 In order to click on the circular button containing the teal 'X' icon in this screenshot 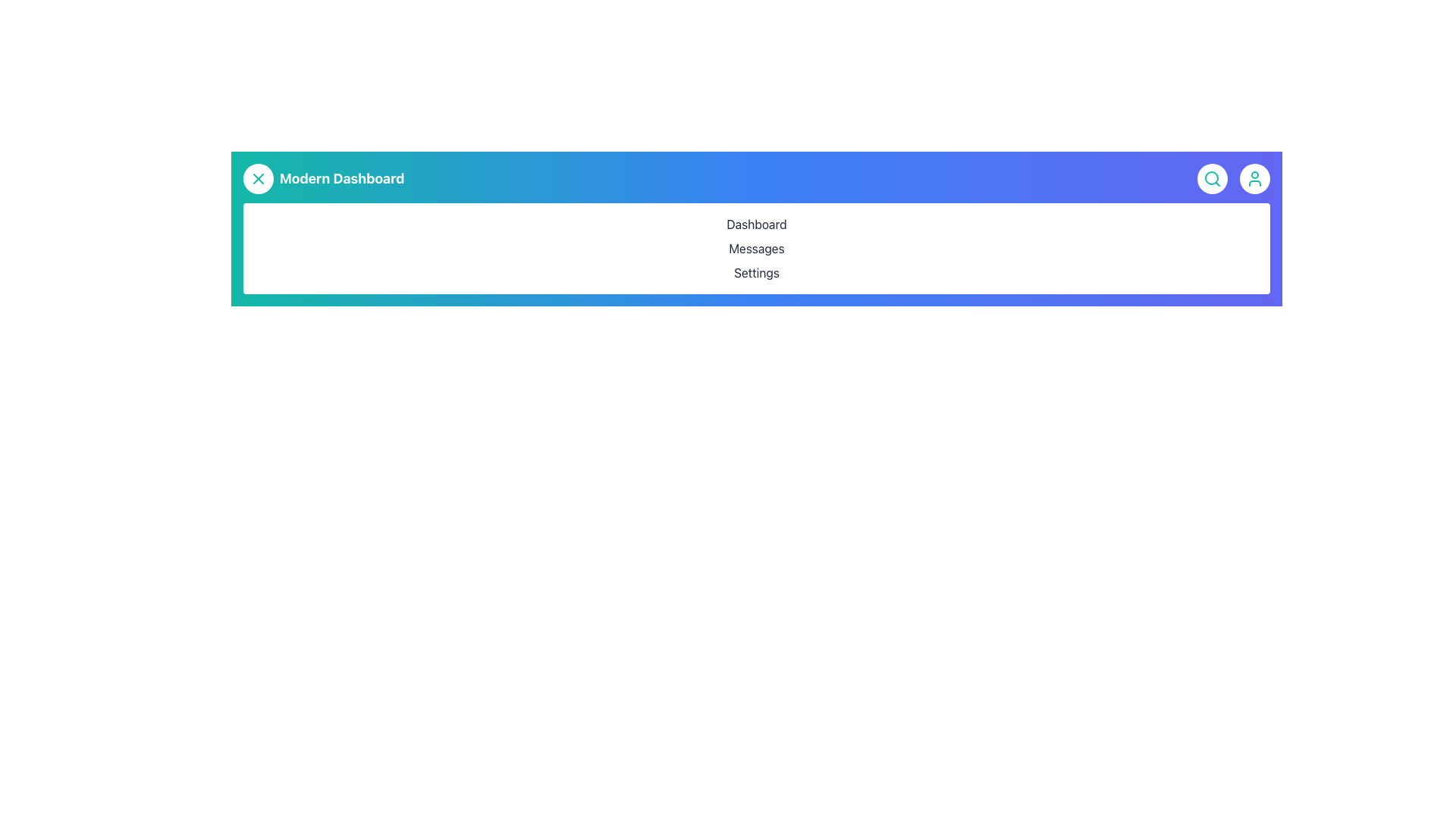, I will do `click(258, 177)`.